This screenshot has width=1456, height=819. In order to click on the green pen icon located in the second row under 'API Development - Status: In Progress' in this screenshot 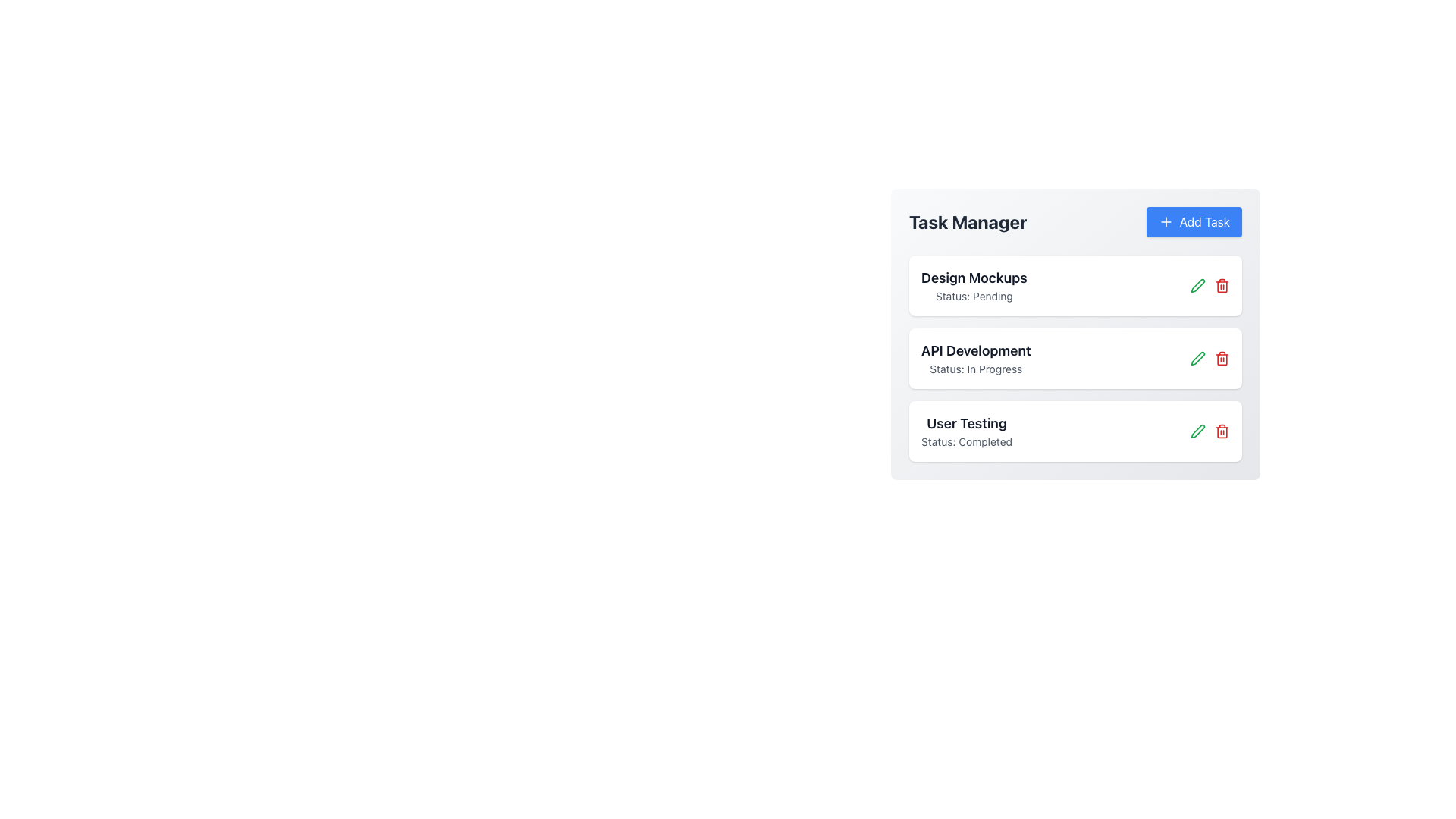, I will do `click(1197, 359)`.